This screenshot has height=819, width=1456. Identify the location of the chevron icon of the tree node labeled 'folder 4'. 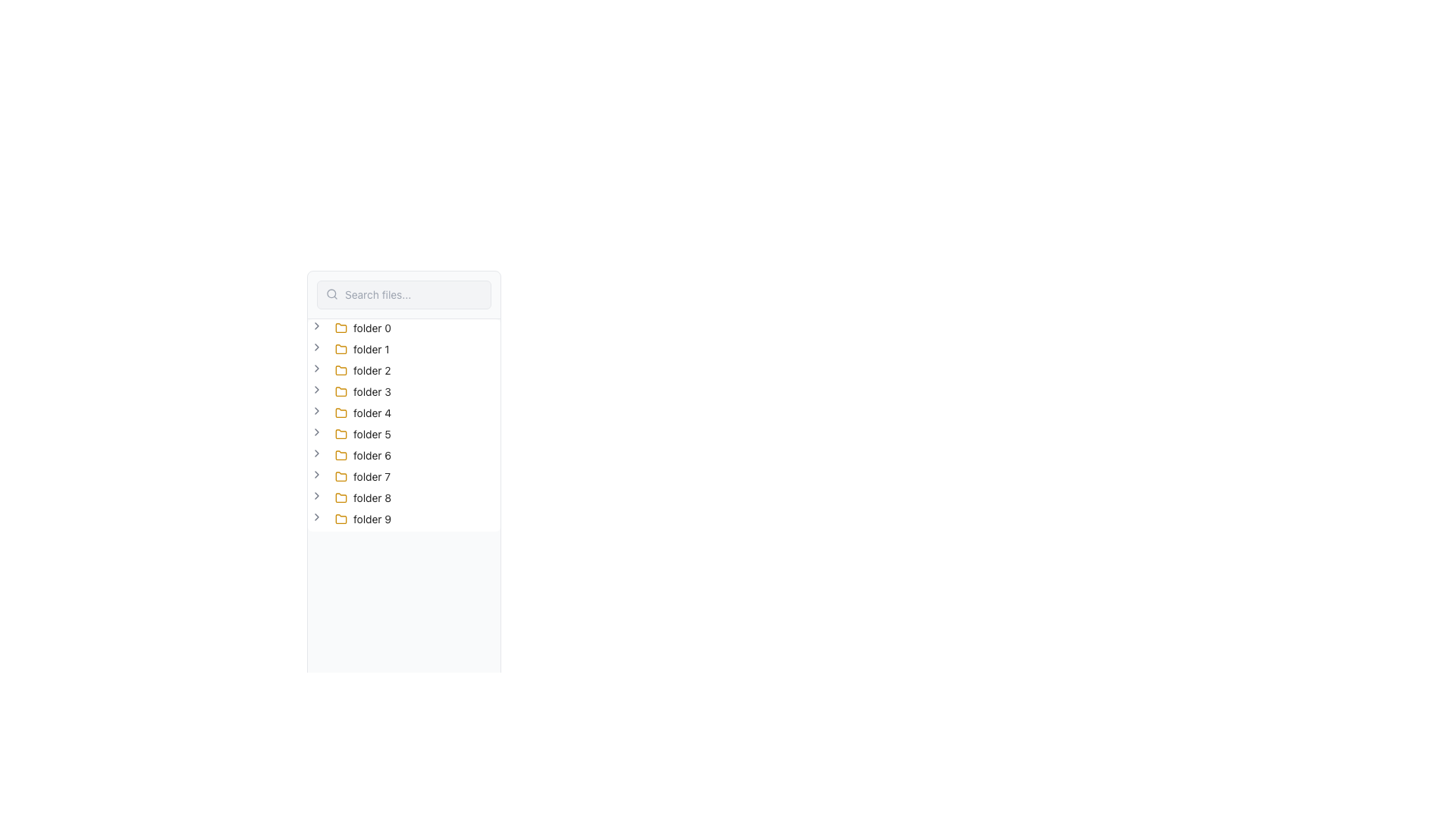
(352, 413).